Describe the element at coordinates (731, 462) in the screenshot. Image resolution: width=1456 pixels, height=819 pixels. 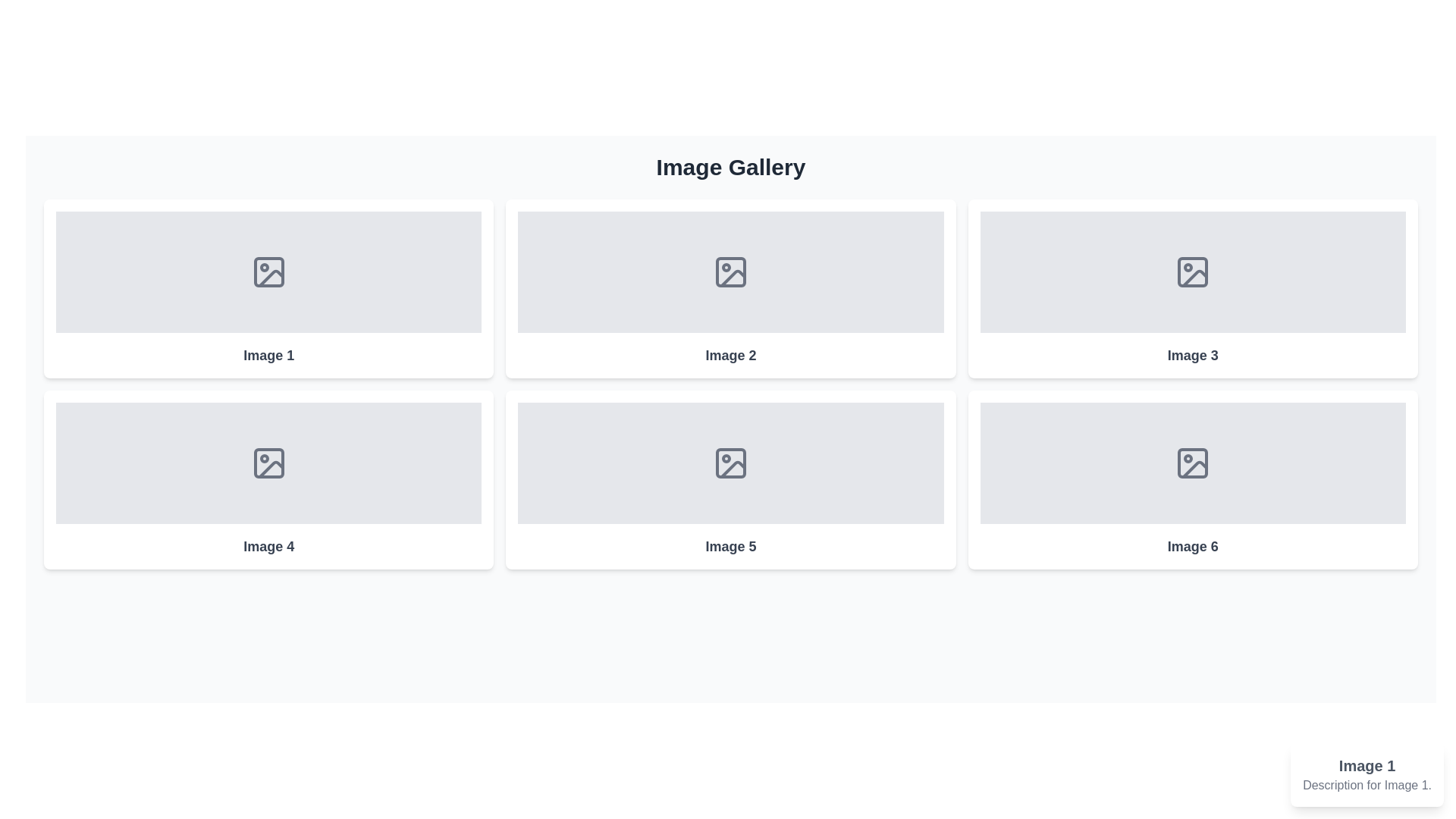
I see `the light gray rectangular icon frame with rounded corners located in the fifth grid cell of the gallery layout, specifically in the second row, third column` at that location.